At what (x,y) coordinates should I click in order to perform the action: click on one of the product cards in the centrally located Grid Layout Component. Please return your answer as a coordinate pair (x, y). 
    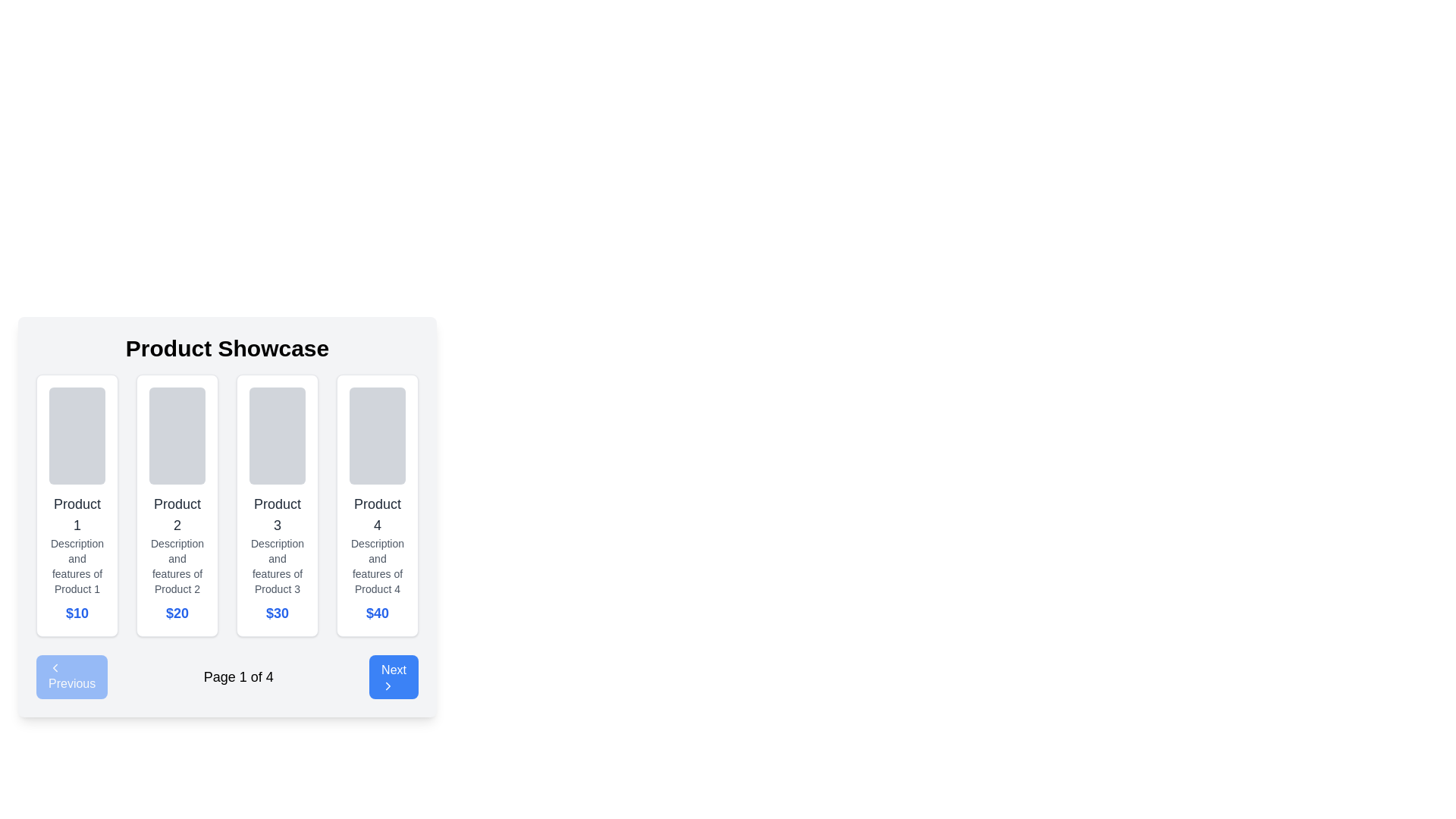
    Looking at the image, I should click on (226, 506).